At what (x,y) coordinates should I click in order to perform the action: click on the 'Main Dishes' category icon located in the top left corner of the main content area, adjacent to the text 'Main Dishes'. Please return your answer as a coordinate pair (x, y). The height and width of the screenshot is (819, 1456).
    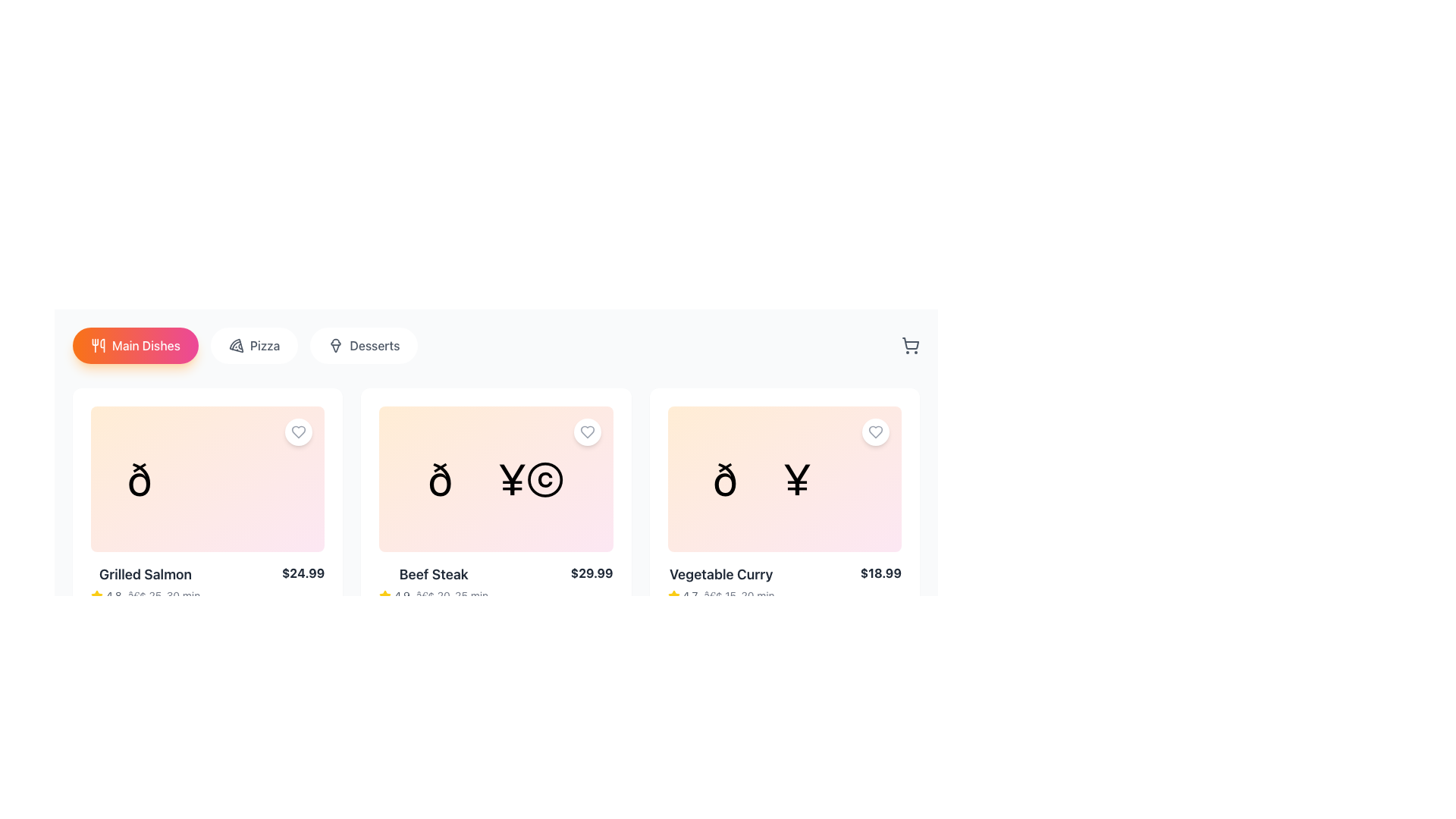
    Looking at the image, I should click on (97, 345).